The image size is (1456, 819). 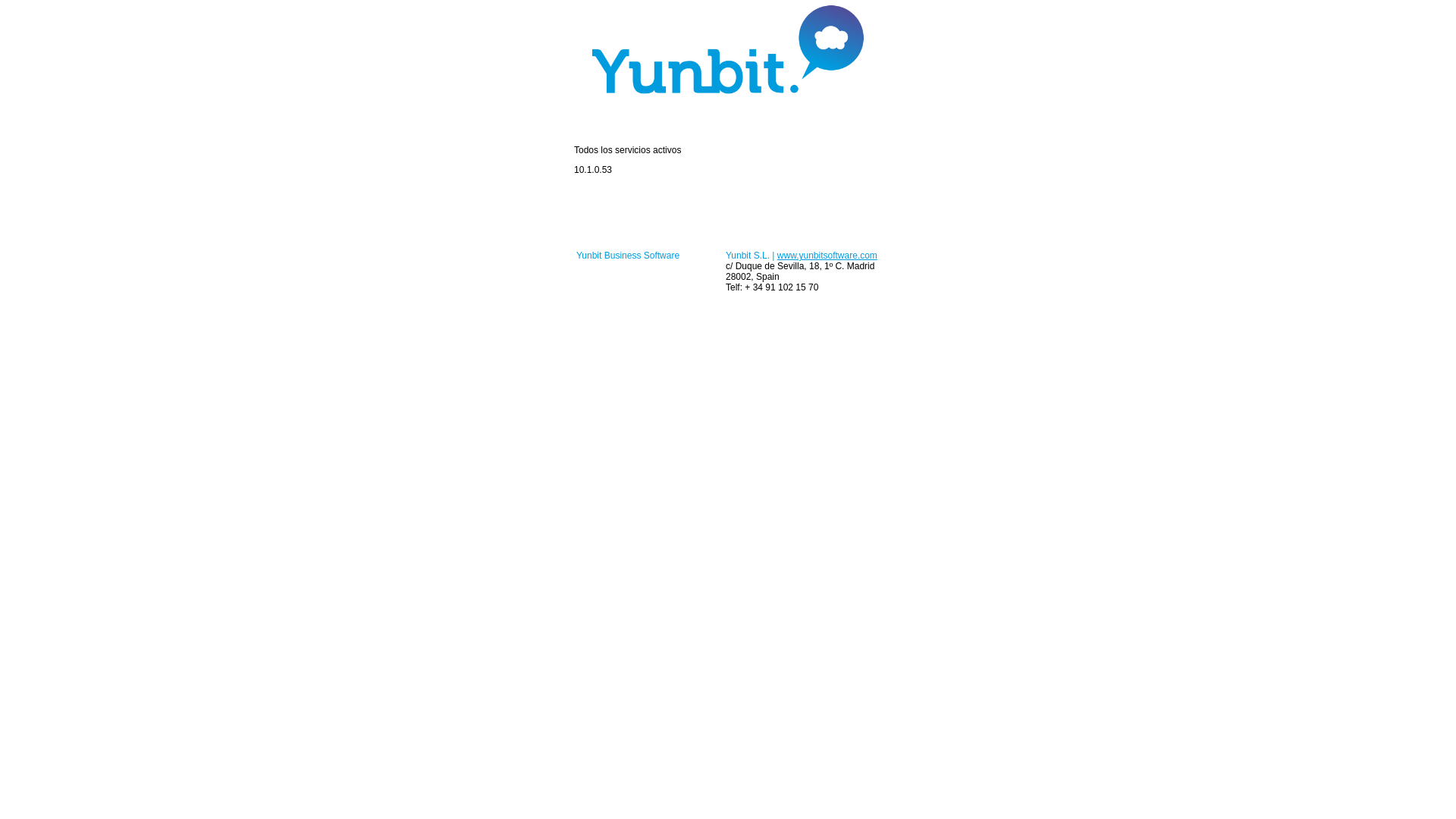 What do you see at coordinates (826, 254) in the screenshot?
I see `'www.yunbitsoftware.com'` at bounding box center [826, 254].